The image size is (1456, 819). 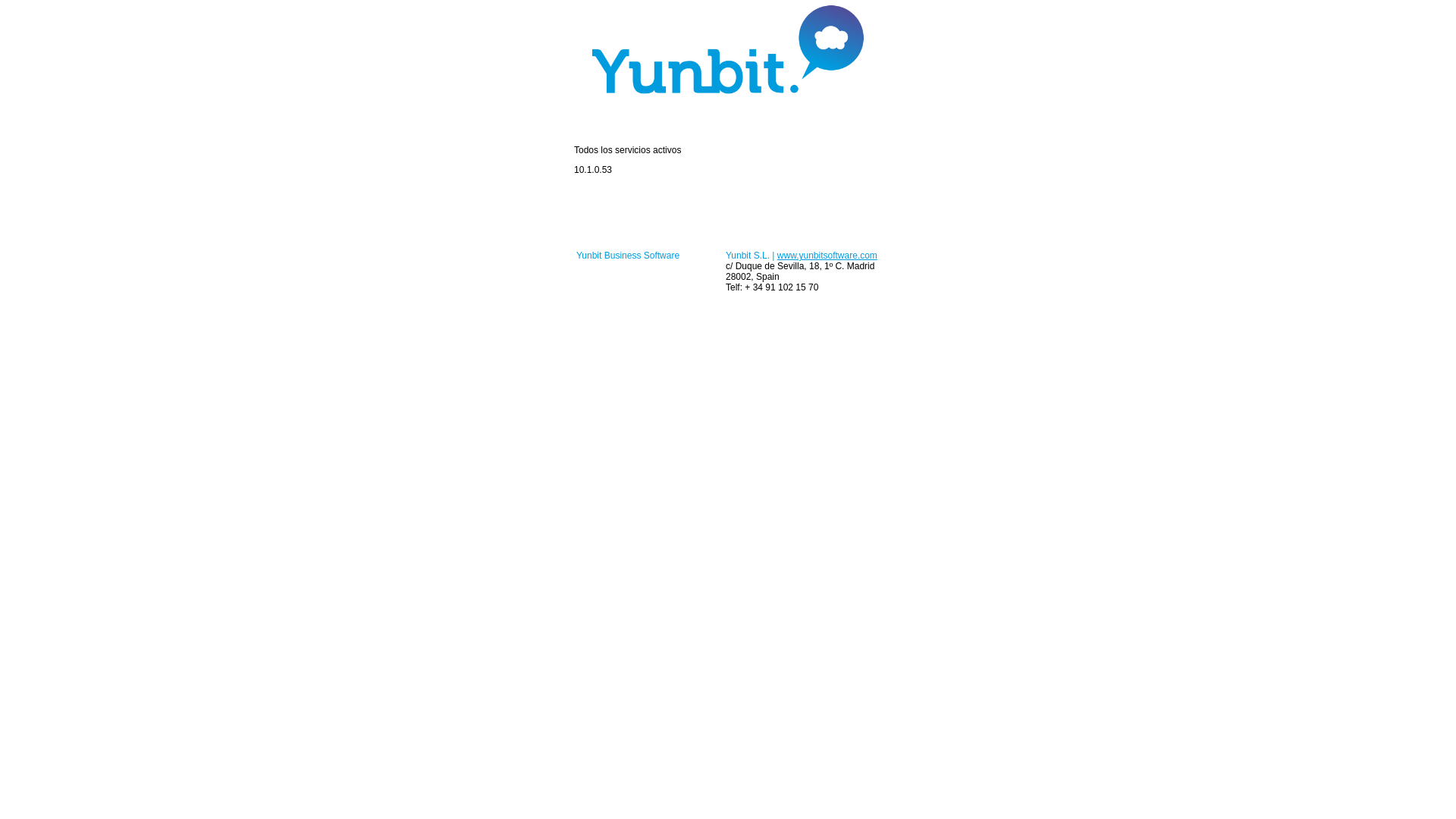 What do you see at coordinates (826, 254) in the screenshot?
I see `'www.yunbitsoftware.com'` at bounding box center [826, 254].